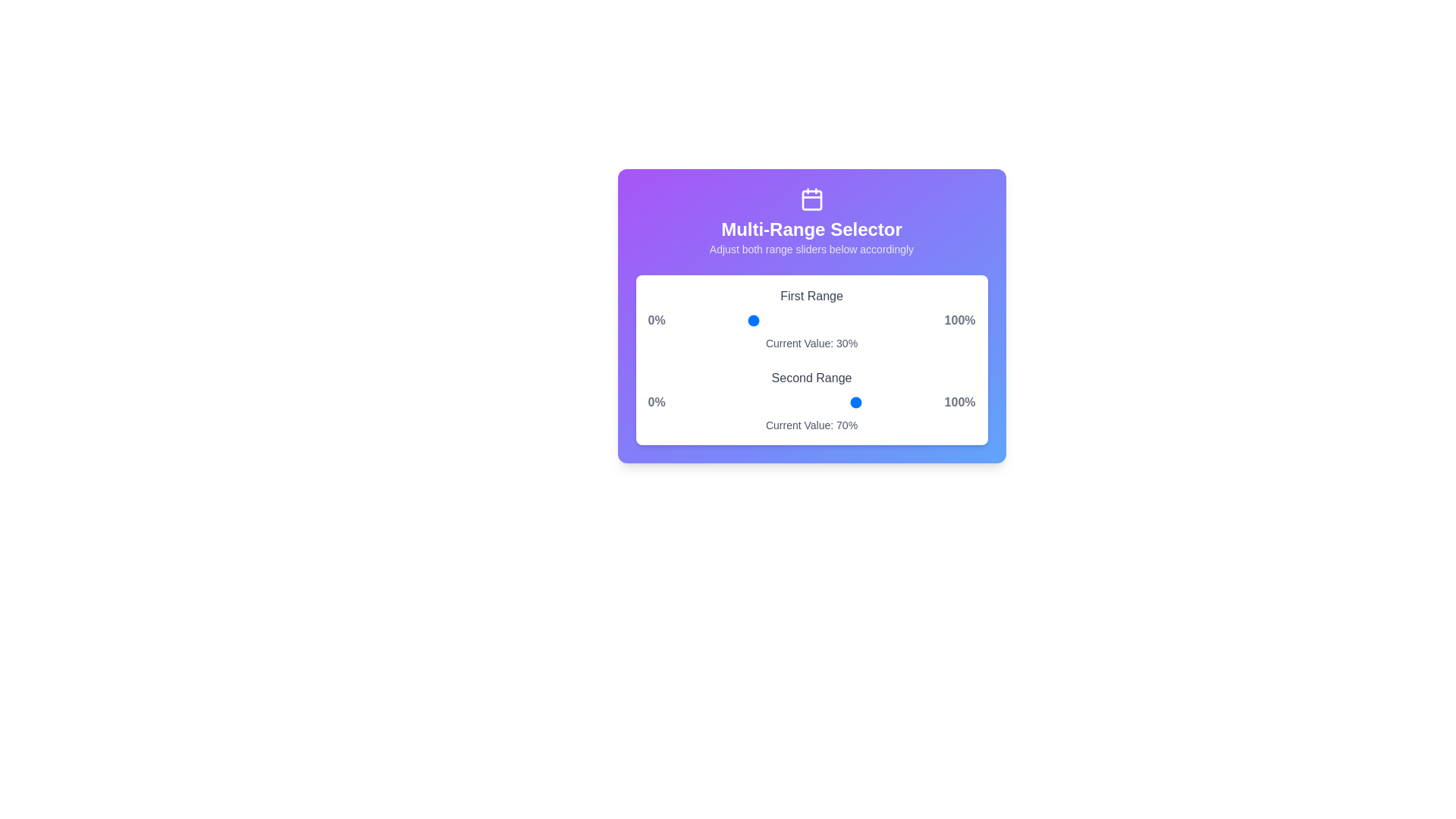 This screenshot has width=1456, height=819. I want to click on the slider value, so click(858, 320).